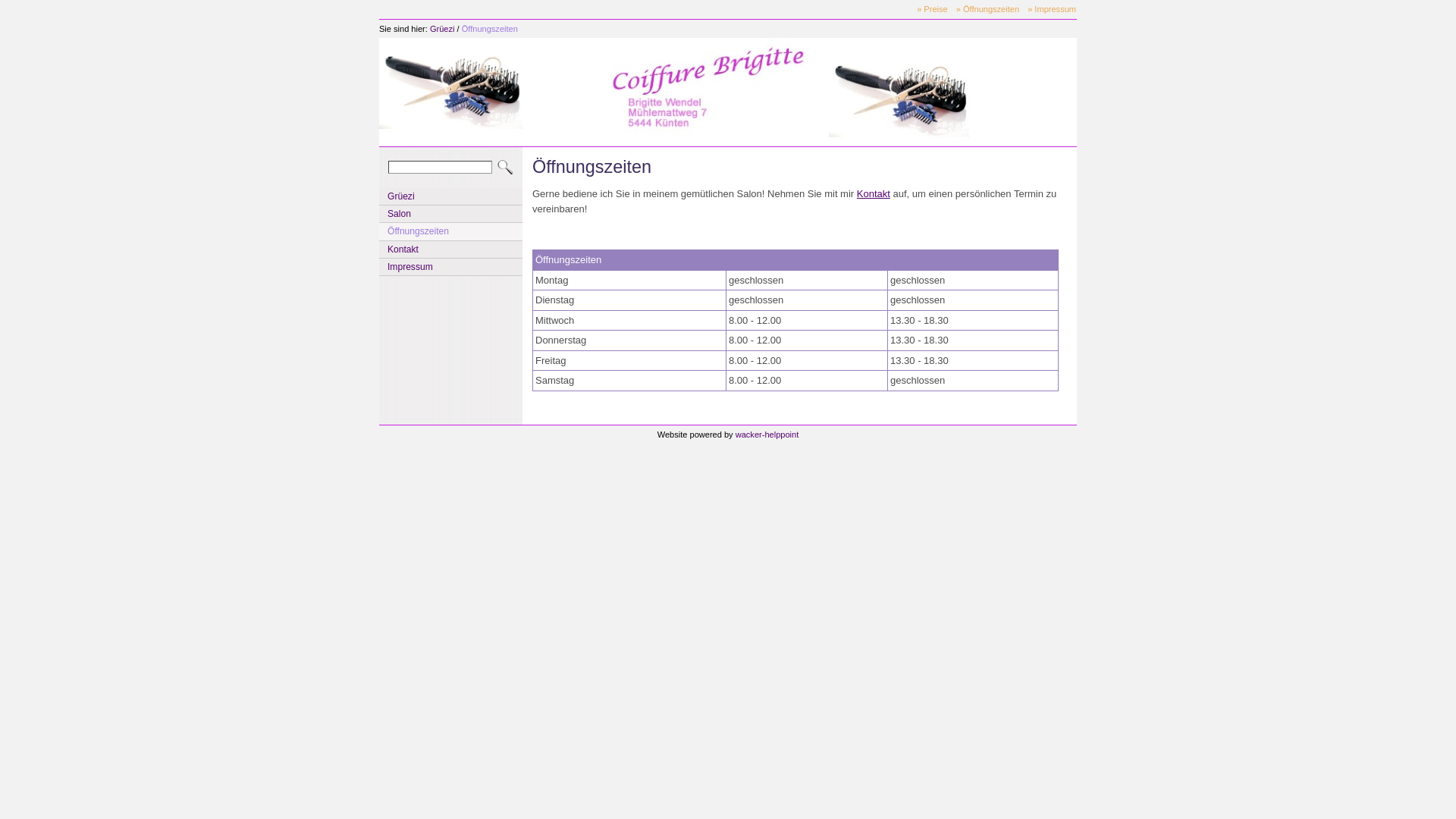  I want to click on 'coiffure brigitte', so click(450, 90).